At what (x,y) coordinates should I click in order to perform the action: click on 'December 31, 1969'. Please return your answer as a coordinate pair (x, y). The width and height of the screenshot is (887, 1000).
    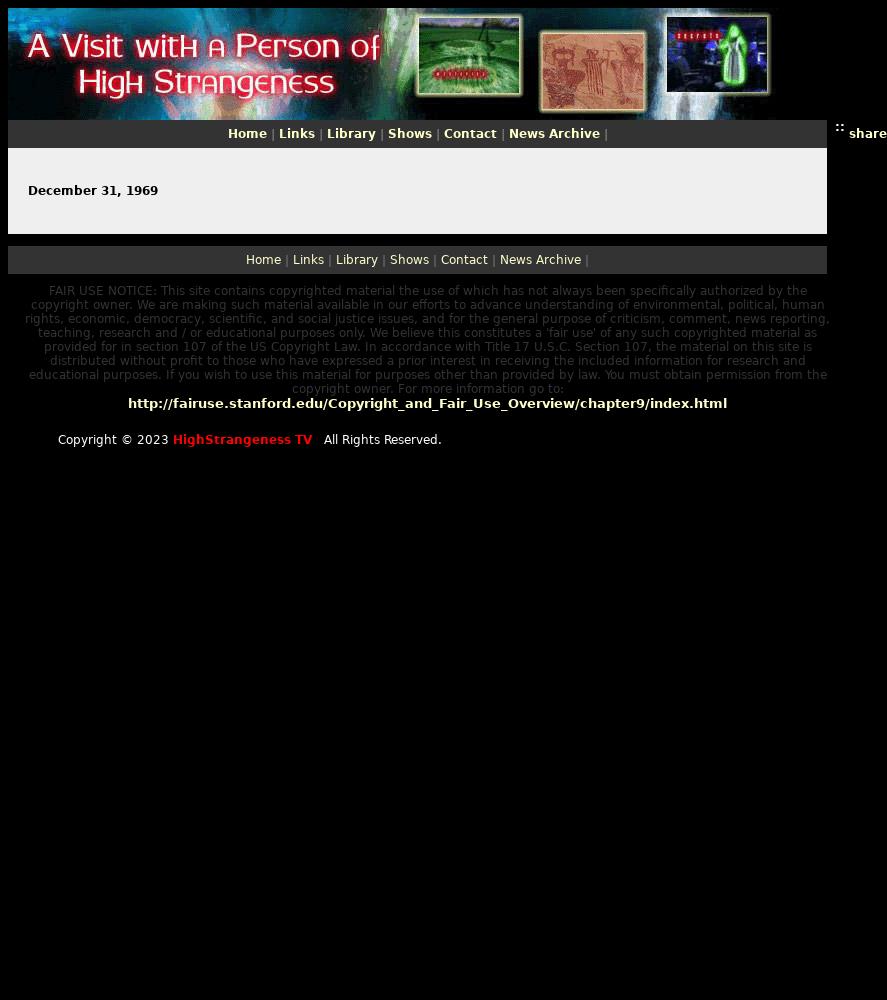
    Looking at the image, I should click on (28, 189).